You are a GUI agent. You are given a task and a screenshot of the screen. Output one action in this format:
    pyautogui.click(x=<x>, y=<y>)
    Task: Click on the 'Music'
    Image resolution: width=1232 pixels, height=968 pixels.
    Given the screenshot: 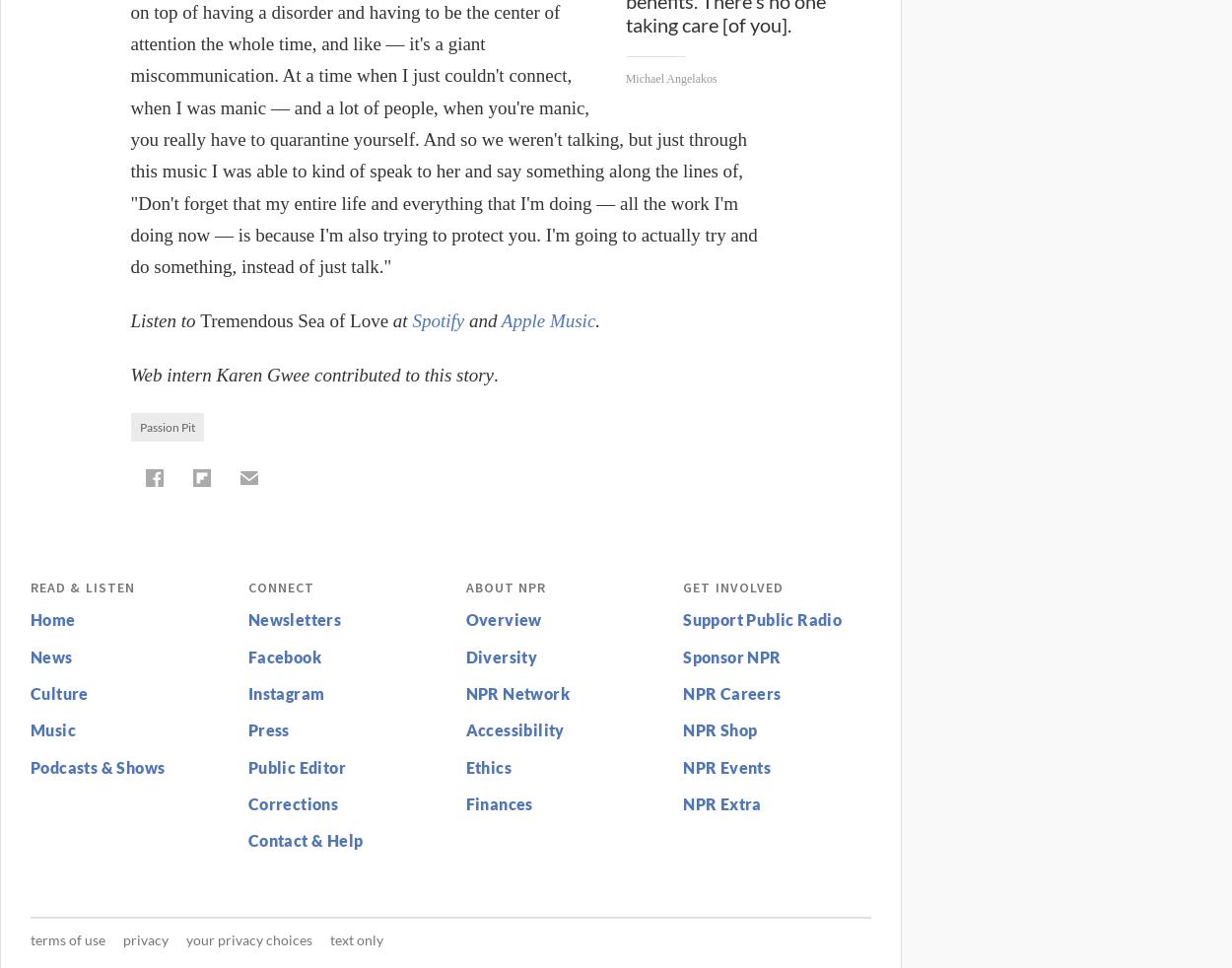 What is the action you would take?
    pyautogui.click(x=53, y=729)
    